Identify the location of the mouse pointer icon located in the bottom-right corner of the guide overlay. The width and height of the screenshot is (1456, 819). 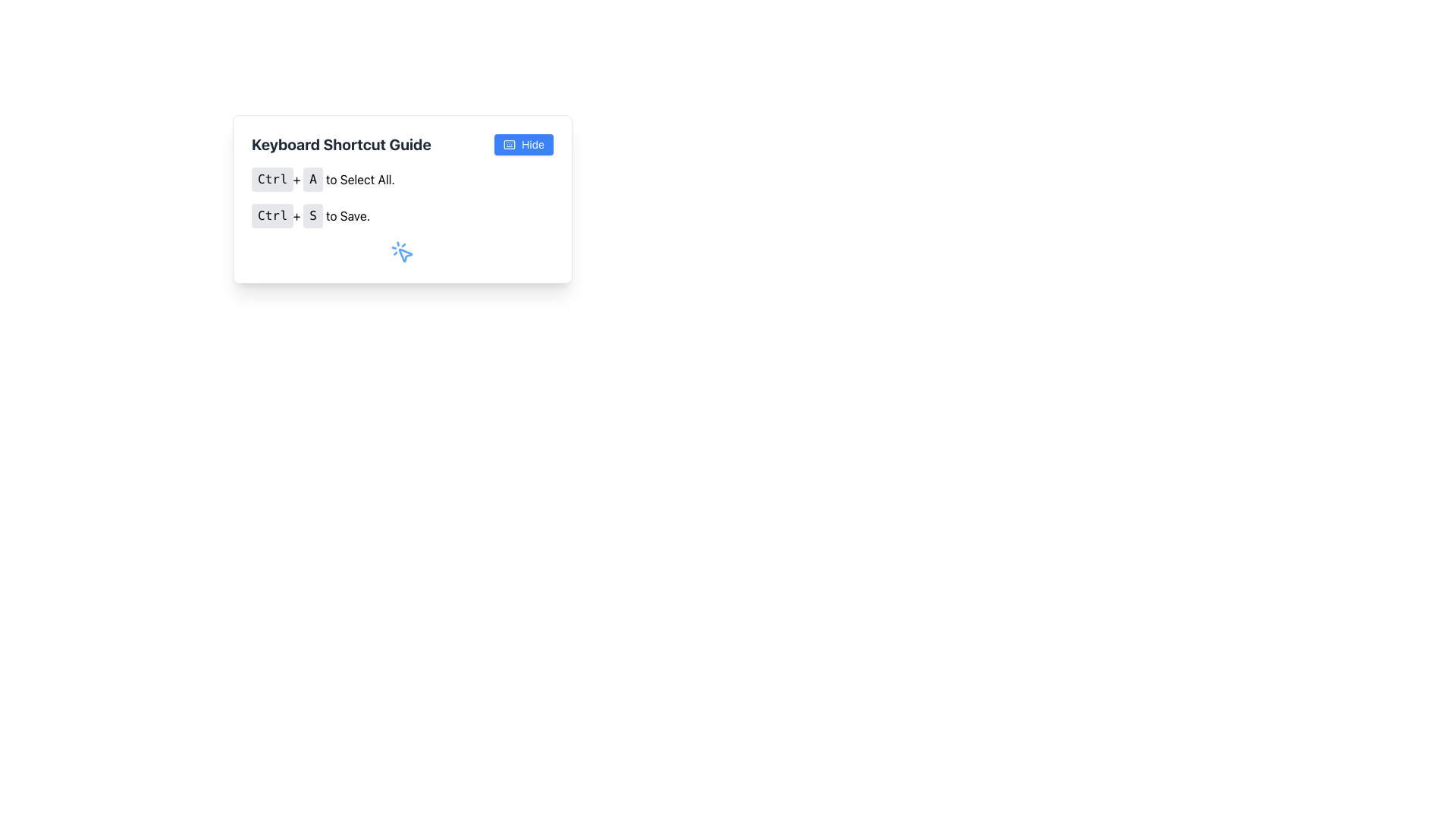
(405, 254).